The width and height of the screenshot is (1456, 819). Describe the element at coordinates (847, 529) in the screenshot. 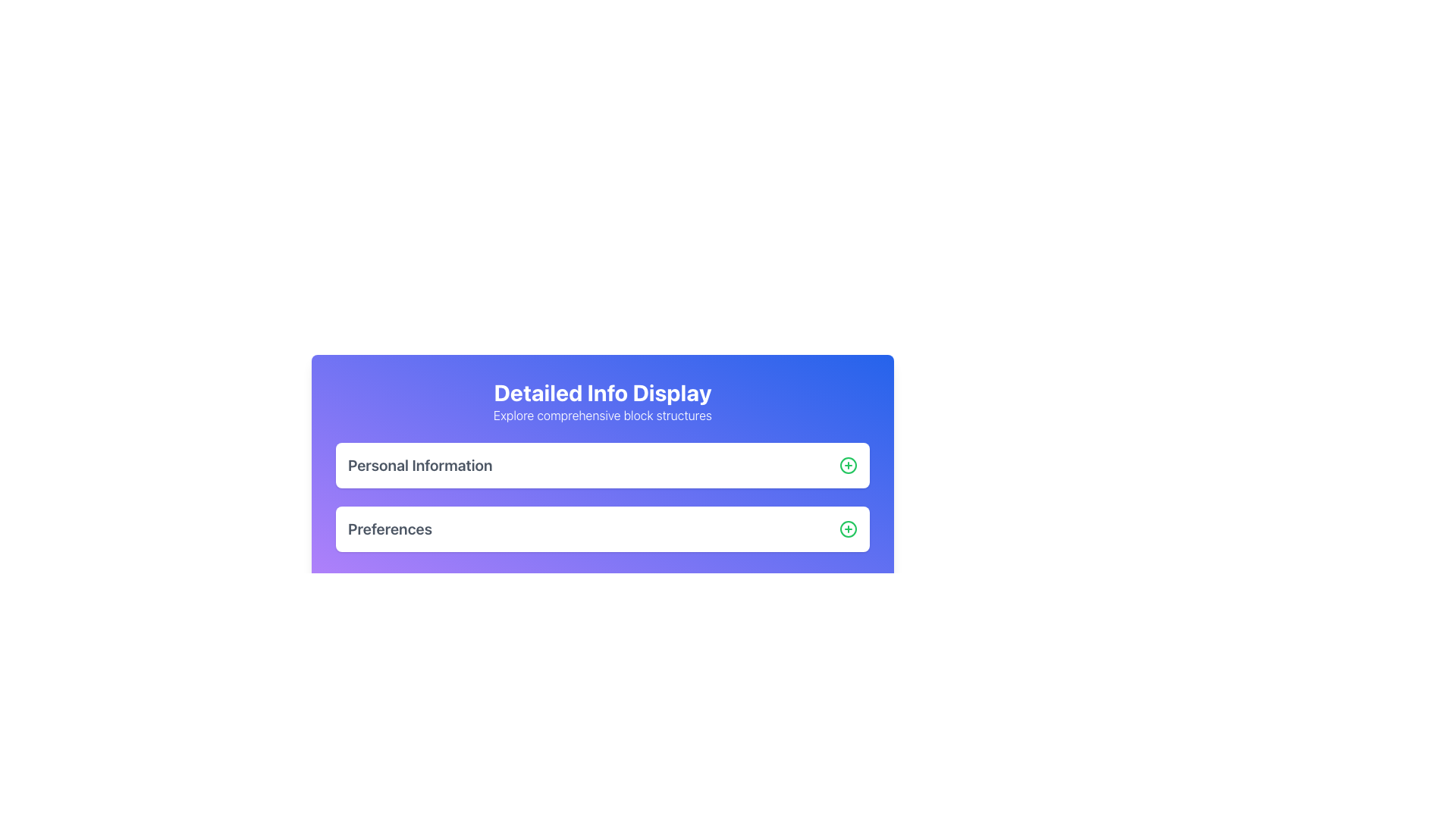

I see `the central circular component of the SVG group that represents the plus icon beside the 'Preferences' label` at that location.